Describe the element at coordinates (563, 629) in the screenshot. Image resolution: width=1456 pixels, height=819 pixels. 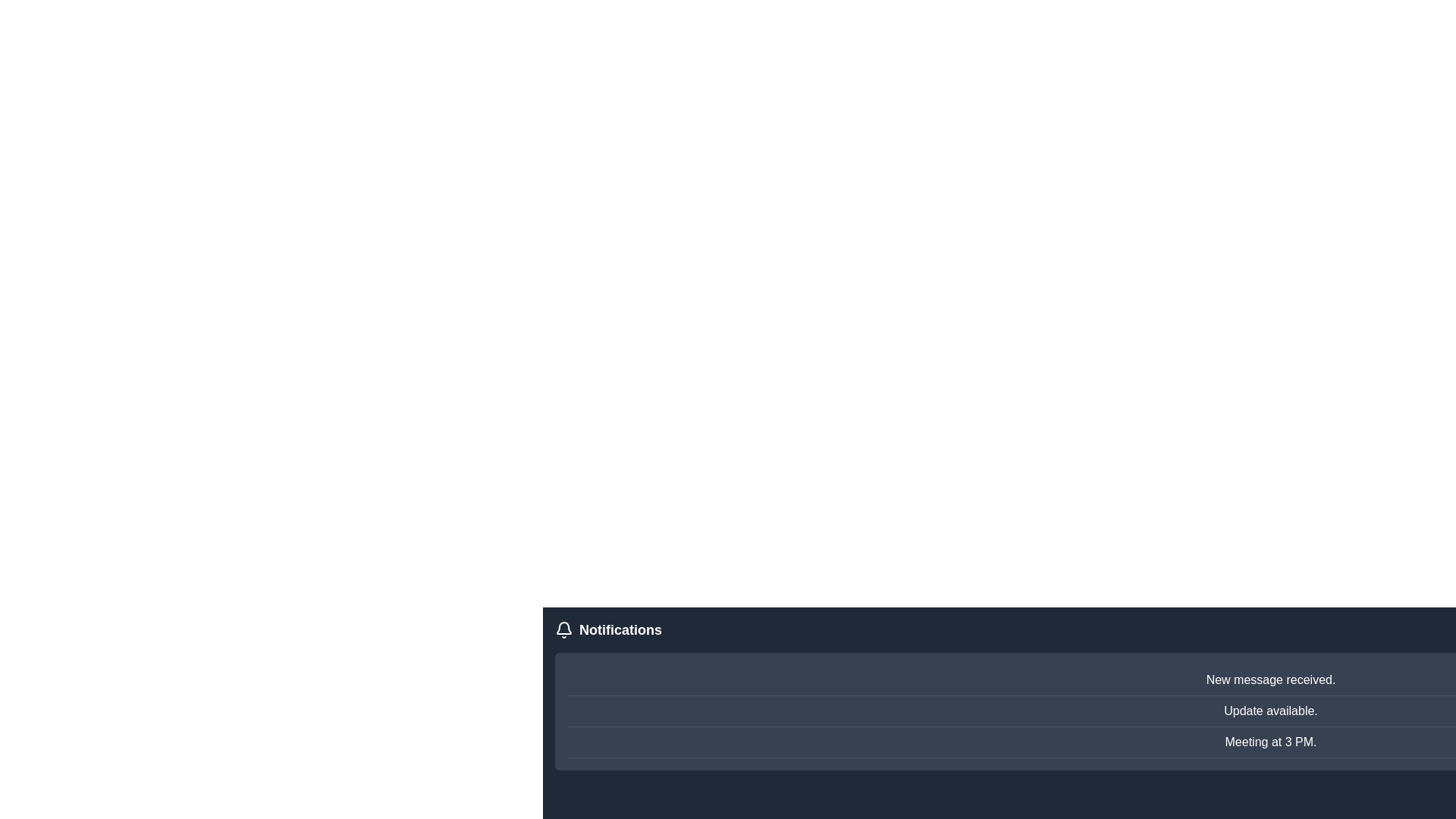
I see `the bell icon indicating the 'Notifications' section located to the left of the text label 'Notifications'` at that location.